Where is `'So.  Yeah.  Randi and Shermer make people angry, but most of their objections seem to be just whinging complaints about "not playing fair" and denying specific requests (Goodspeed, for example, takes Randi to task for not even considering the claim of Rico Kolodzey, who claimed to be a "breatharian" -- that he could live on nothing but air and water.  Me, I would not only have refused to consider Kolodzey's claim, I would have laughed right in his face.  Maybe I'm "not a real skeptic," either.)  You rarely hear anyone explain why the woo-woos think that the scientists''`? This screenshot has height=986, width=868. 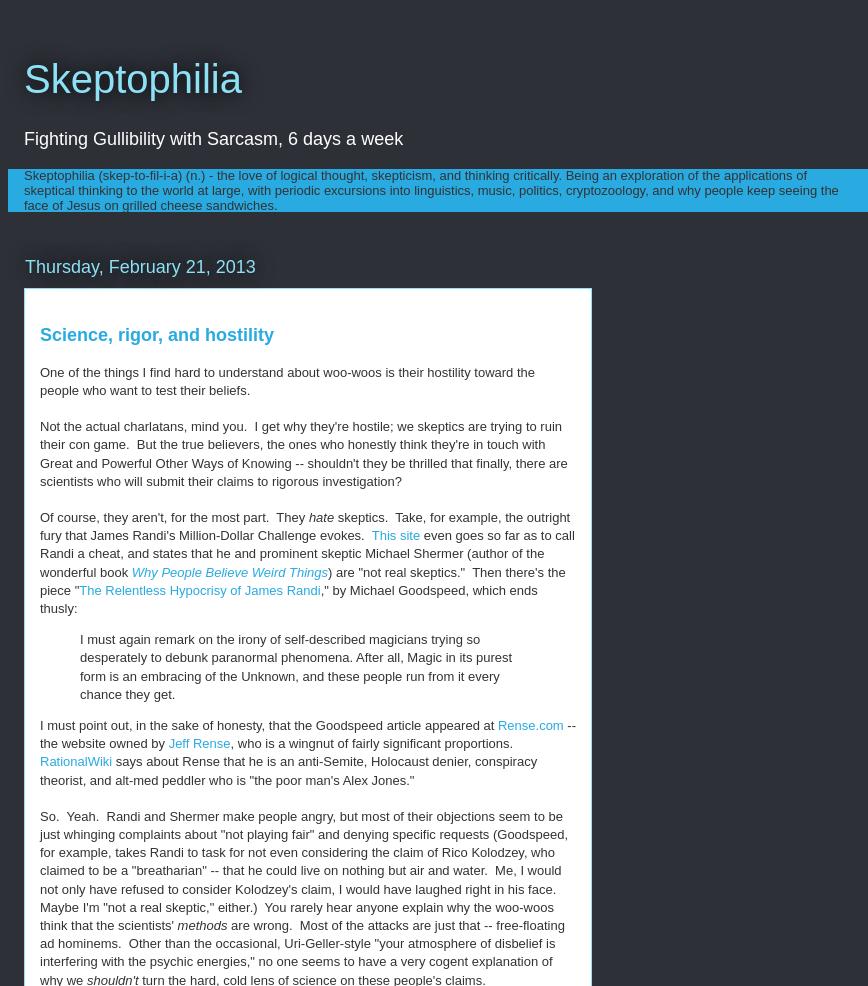 'So.  Yeah.  Randi and Shermer make people angry, but most of their objections seem to be just whinging complaints about "not playing fair" and denying specific requests (Goodspeed, for example, takes Randi to task for not even considering the claim of Rico Kolodzey, who claimed to be a "breatharian" -- that he could live on nothing but air and water.  Me, I would not only have refused to consider Kolodzey's claim, I would have laughed right in his face.  Maybe I'm "not a real skeptic," either.)  You rarely hear anyone explain why the woo-woos think that the scientists'' is located at coordinates (303, 869).